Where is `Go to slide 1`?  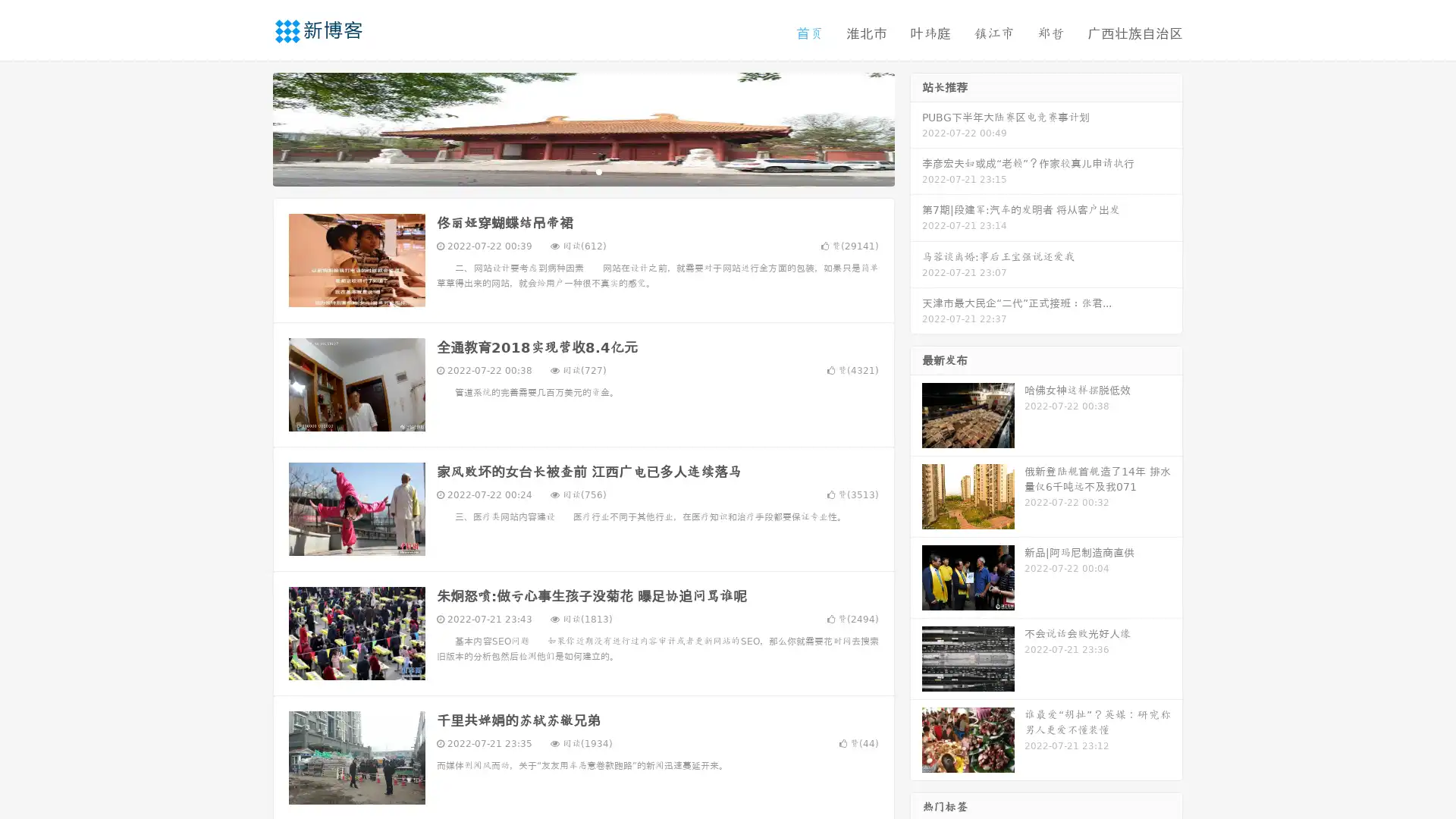
Go to slide 1 is located at coordinates (567, 171).